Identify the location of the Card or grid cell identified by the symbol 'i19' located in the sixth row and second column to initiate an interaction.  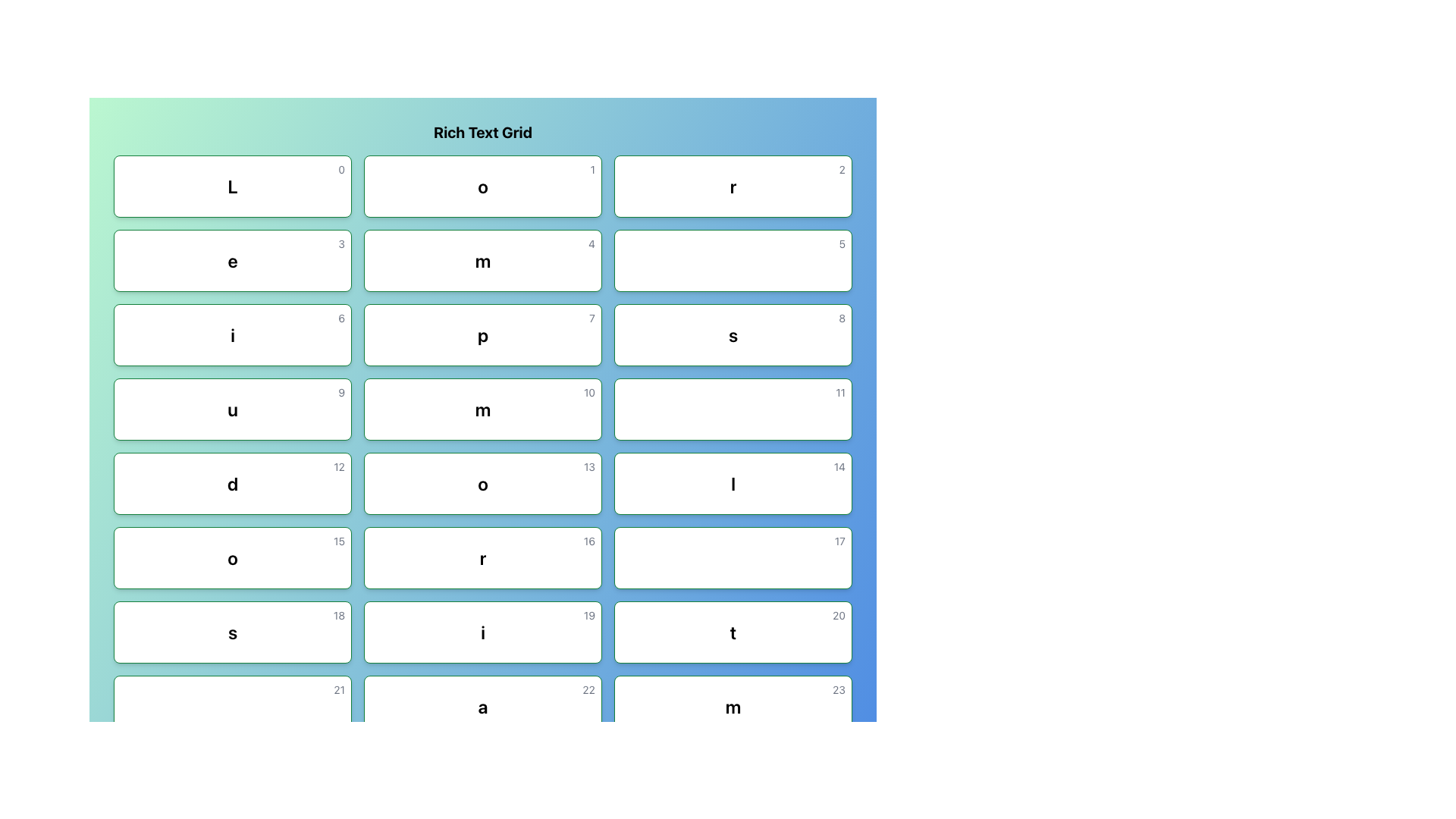
(482, 632).